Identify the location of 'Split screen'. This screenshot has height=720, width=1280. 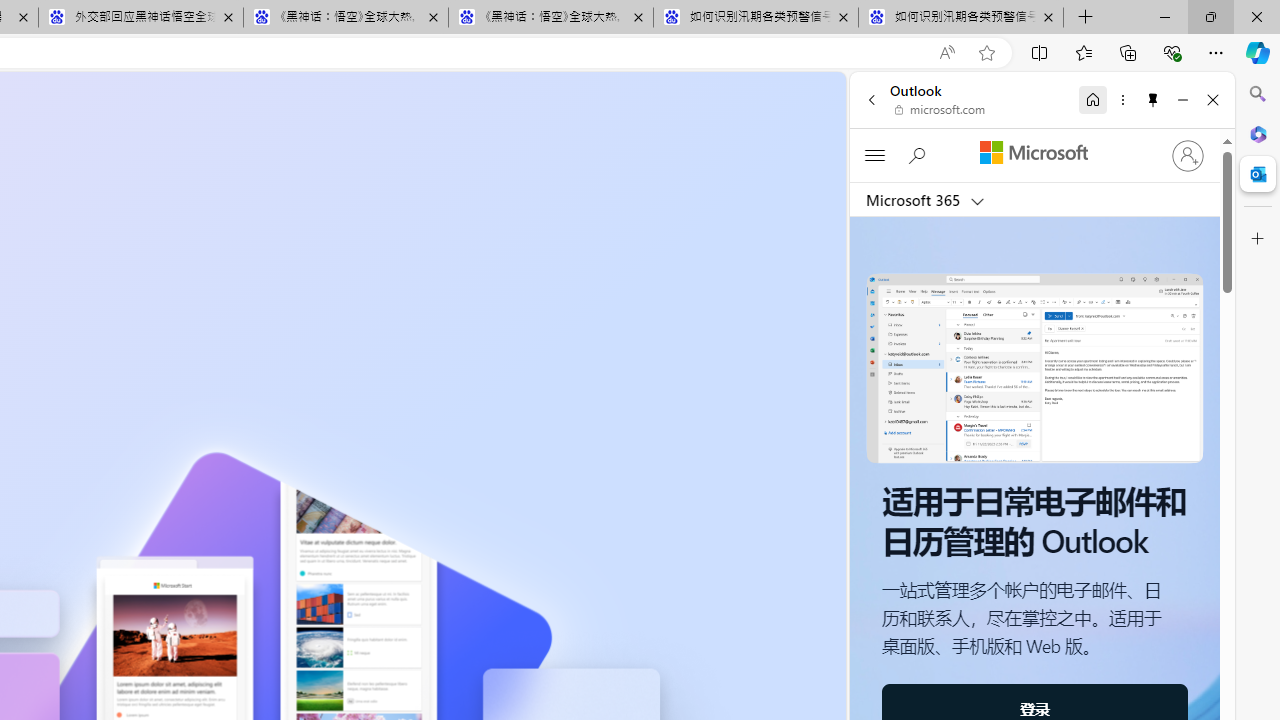
(1040, 51).